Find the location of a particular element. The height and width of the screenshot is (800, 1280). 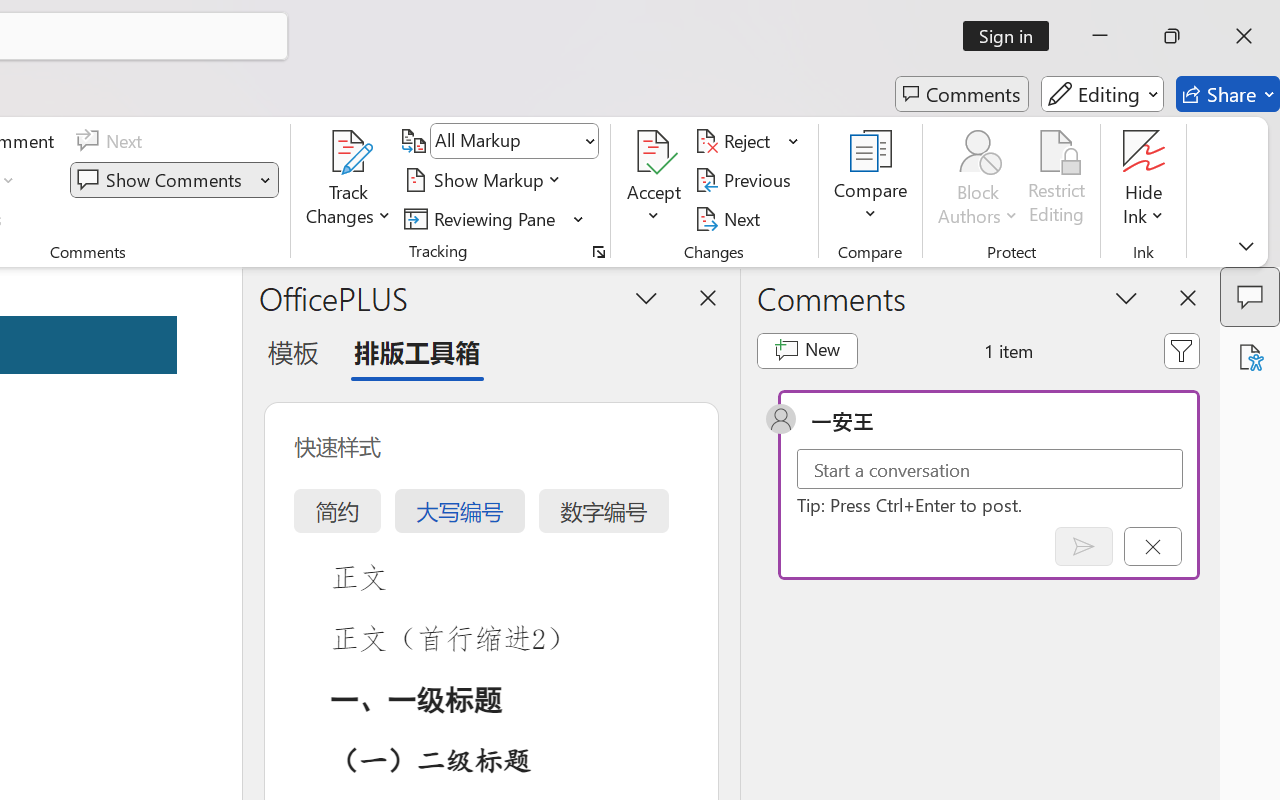

'Sign in' is located at coordinates (1013, 35).